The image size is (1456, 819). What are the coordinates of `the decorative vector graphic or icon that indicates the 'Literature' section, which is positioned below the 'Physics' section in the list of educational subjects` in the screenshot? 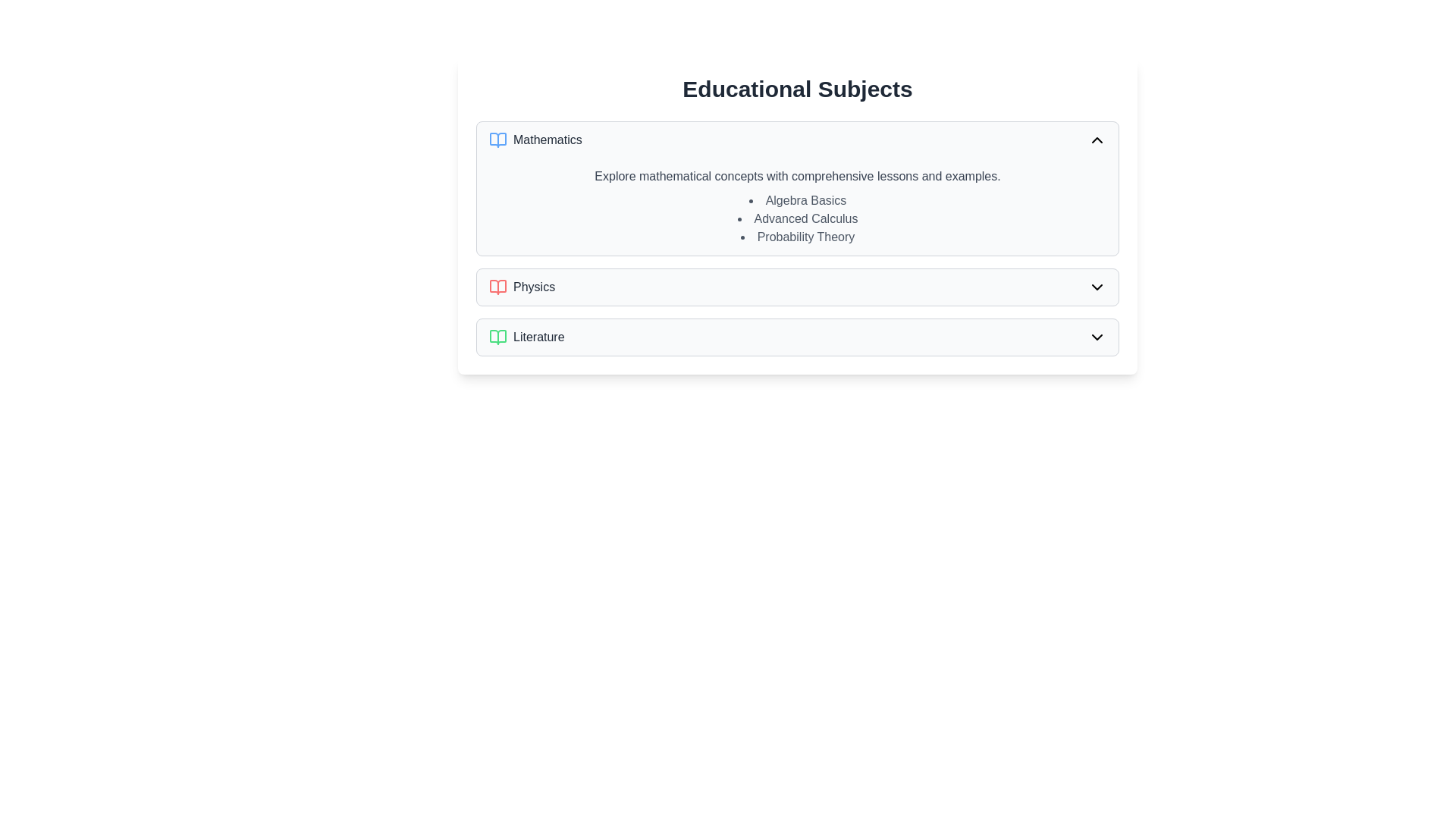 It's located at (498, 336).